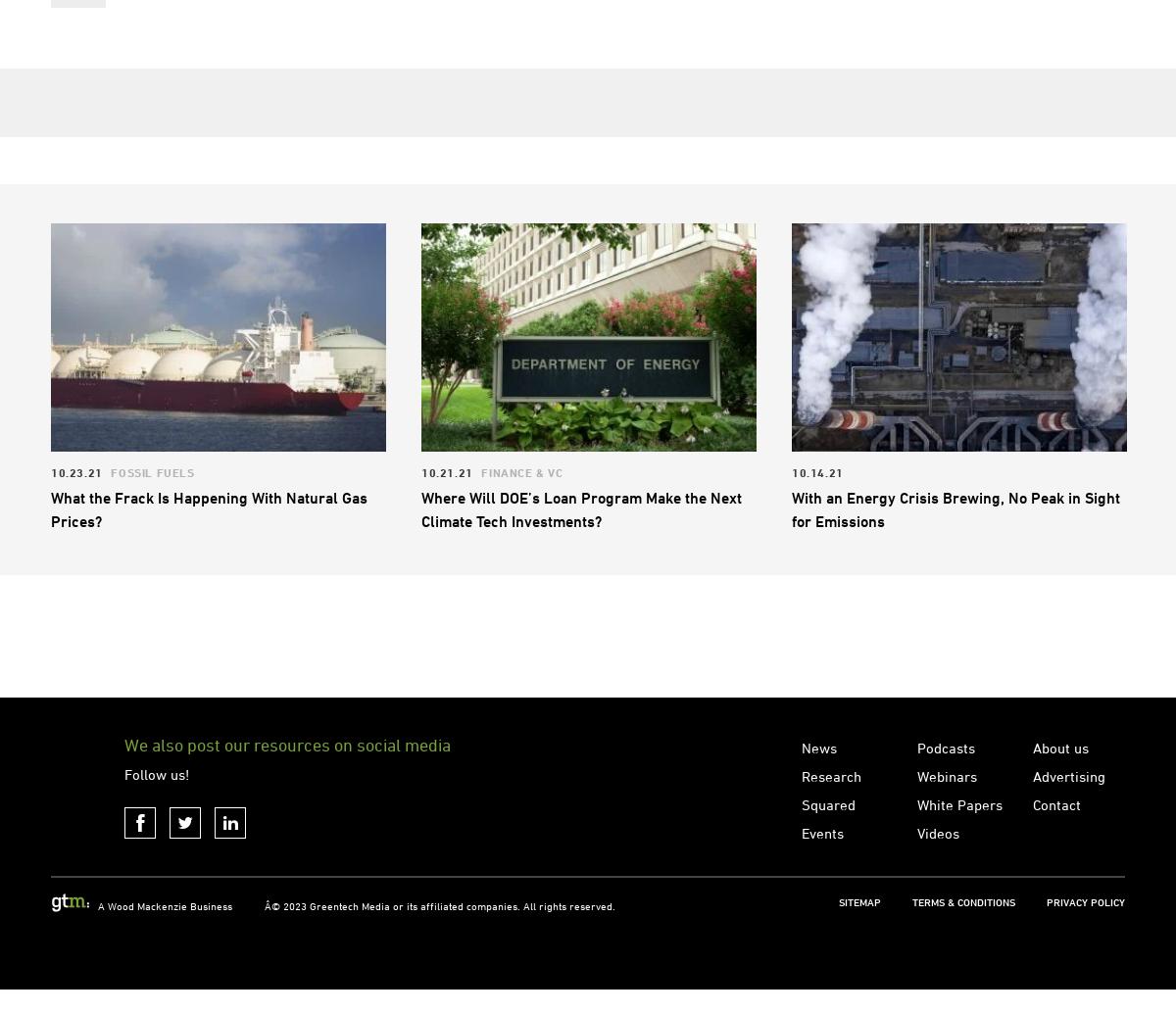 The height and width of the screenshot is (1014, 1176). What do you see at coordinates (947, 857) in the screenshot?
I see `'Webinars'` at bounding box center [947, 857].